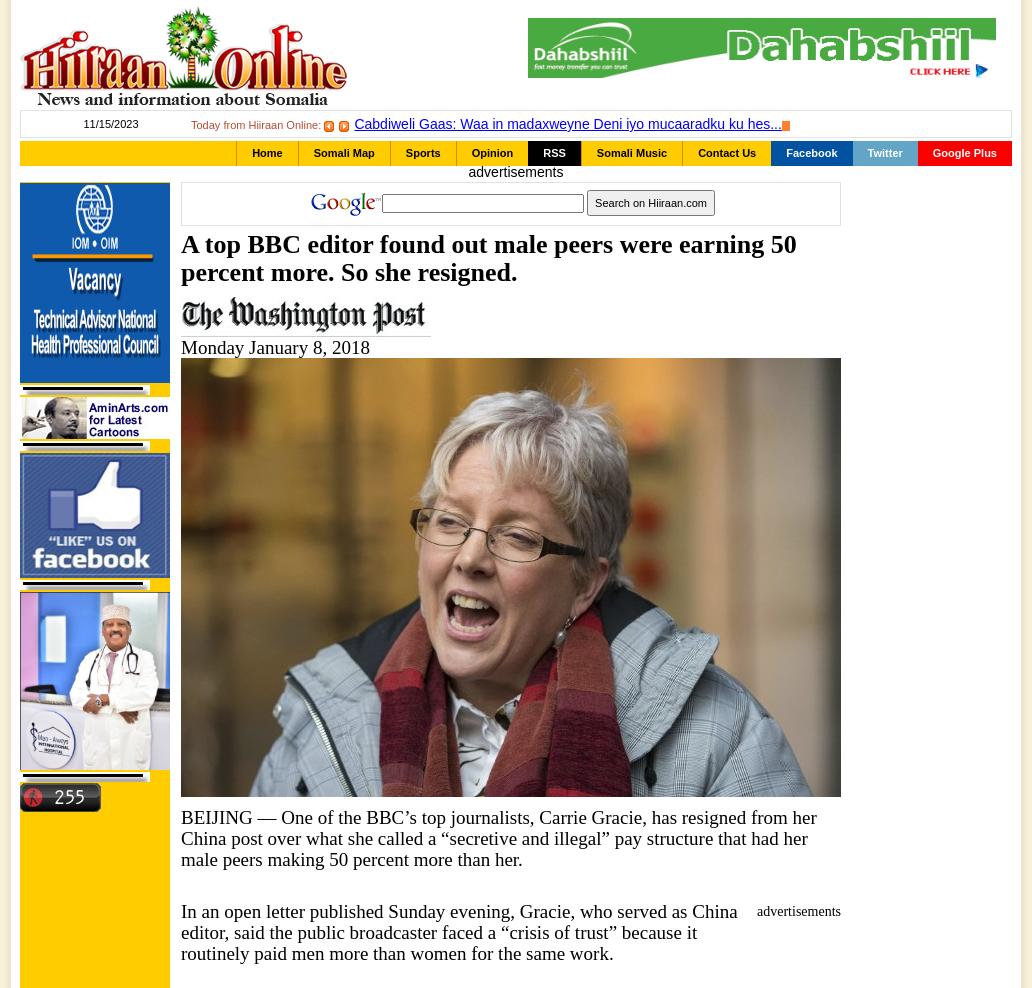 This screenshot has width=1032, height=988. Describe the element at coordinates (811, 152) in the screenshot. I see `'Facebook'` at that location.